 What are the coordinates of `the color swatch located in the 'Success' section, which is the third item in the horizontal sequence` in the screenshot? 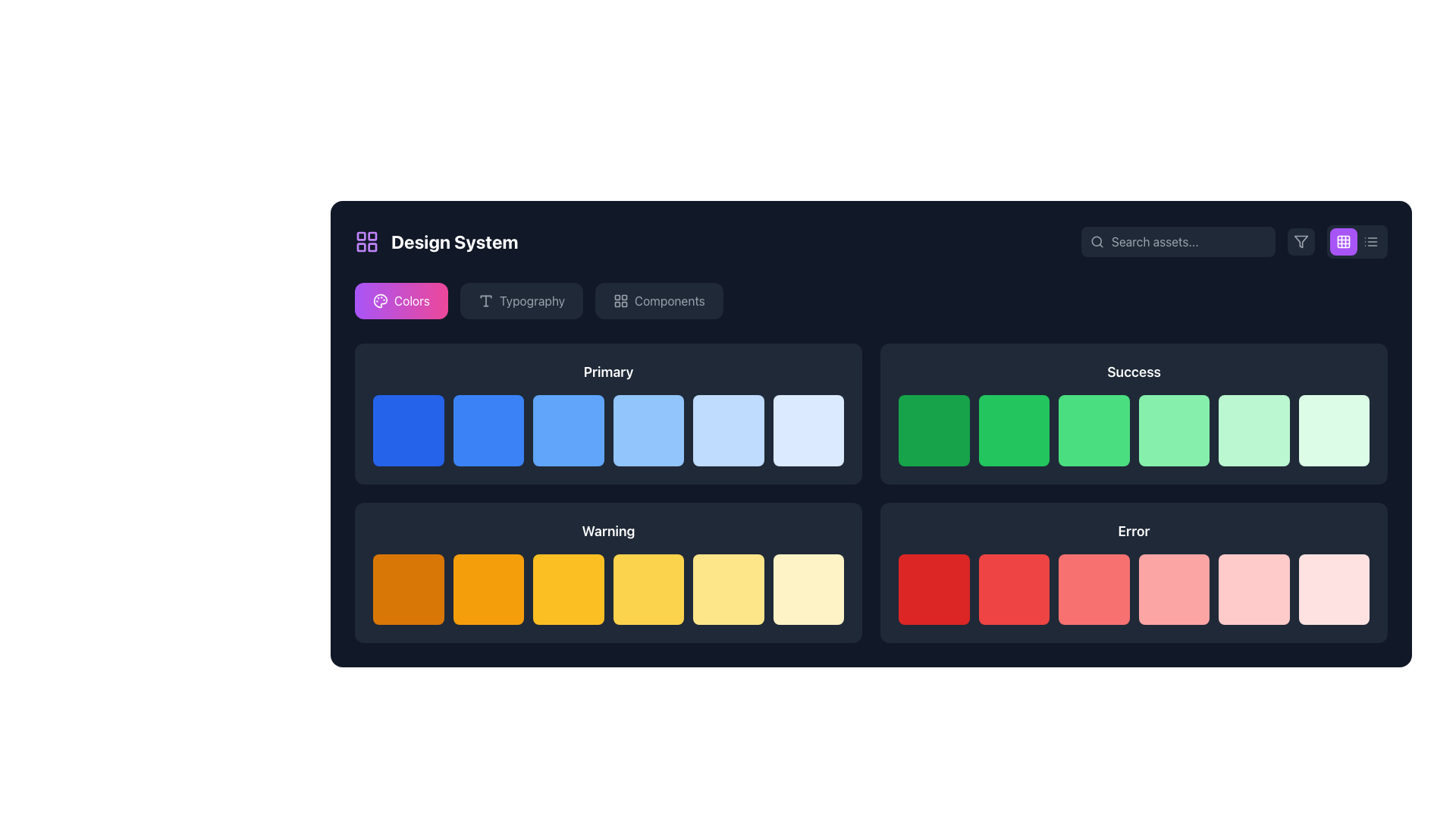 It's located at (1171, 428).